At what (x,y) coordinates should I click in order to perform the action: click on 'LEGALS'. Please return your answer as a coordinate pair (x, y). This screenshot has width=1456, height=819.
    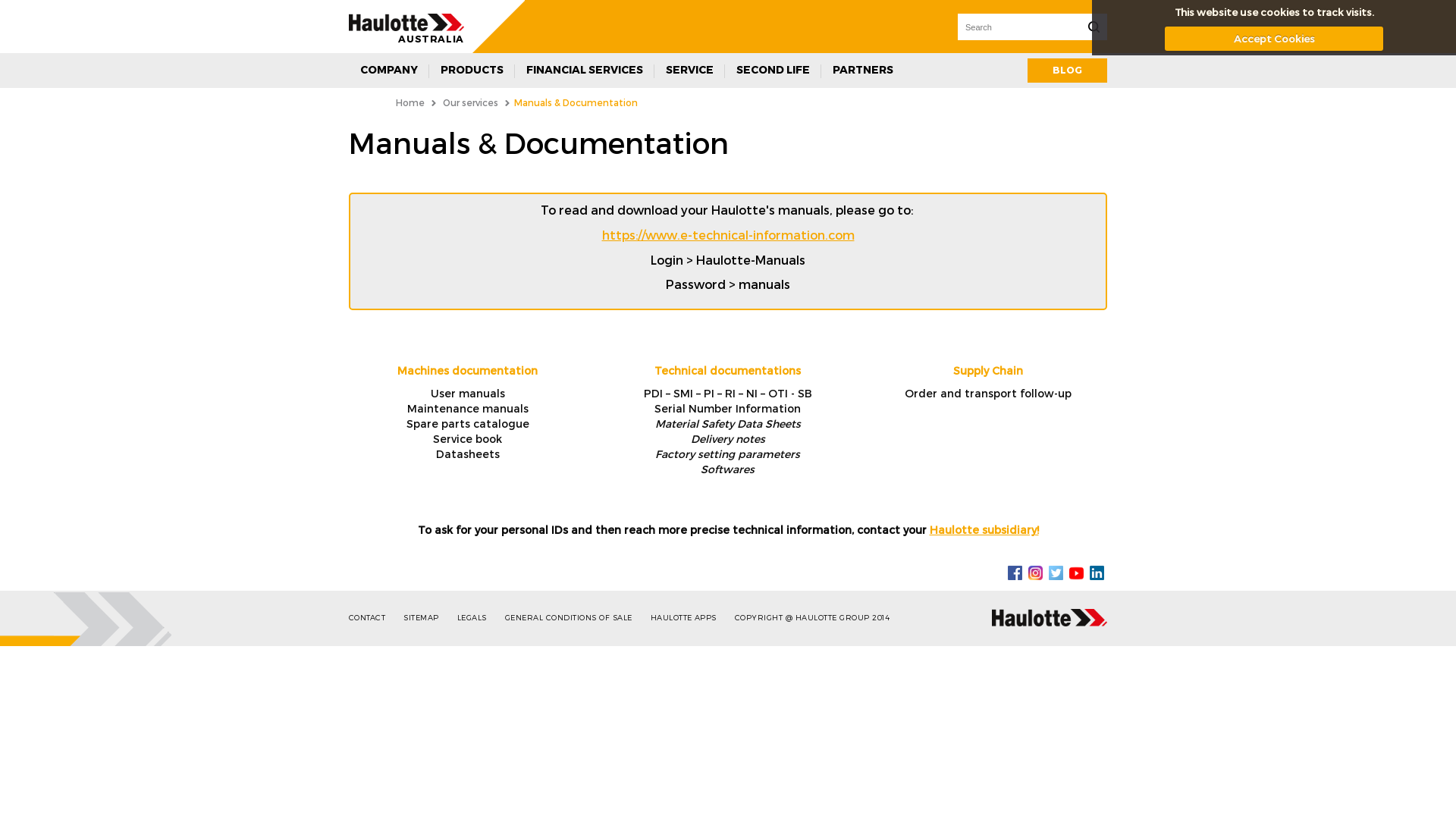
    Looking at the image, I should click on (479, 617).